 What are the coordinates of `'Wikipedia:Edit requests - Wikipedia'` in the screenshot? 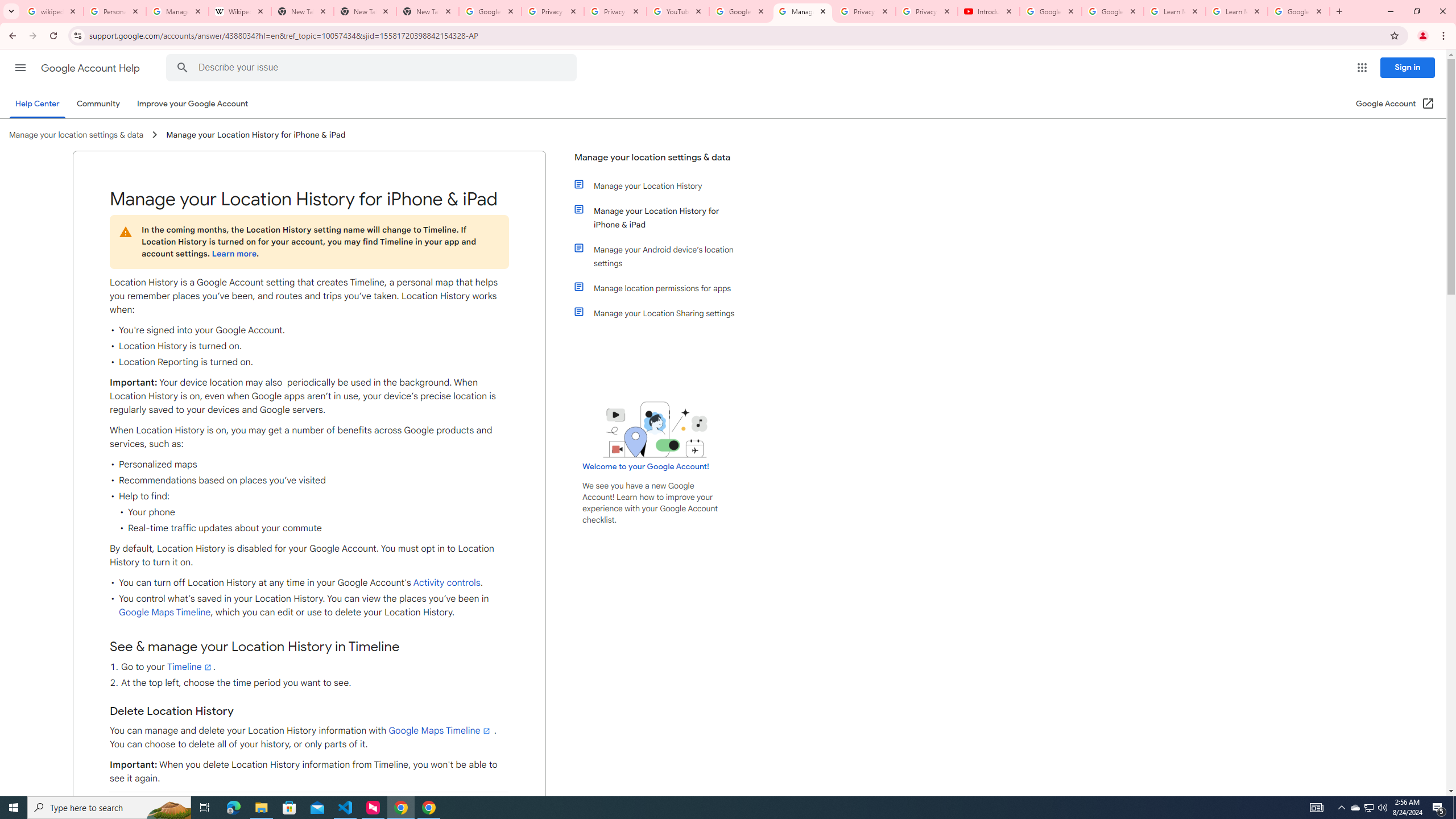 It's located at (239, 11).